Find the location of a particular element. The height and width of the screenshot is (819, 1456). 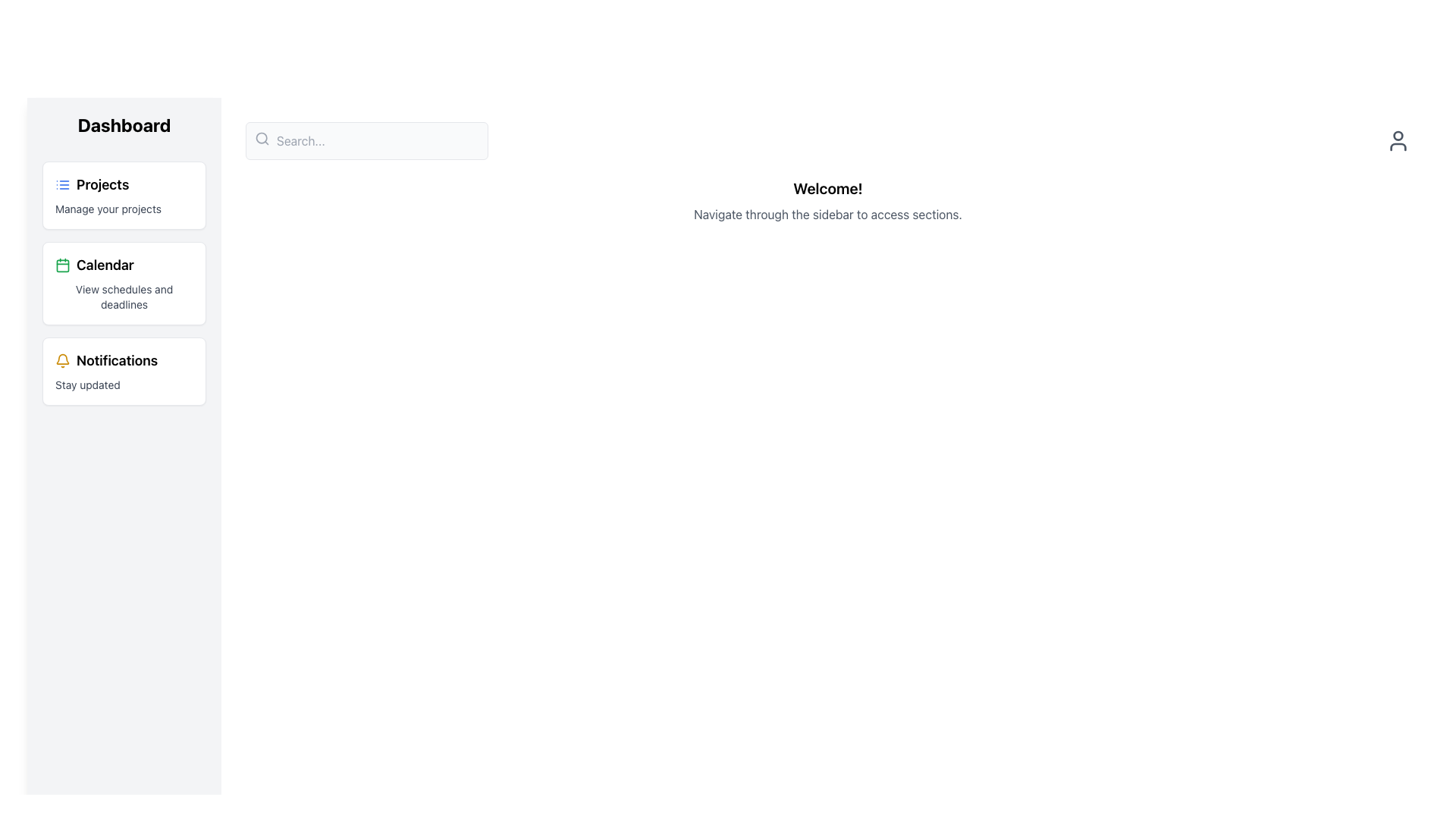

the text label displaying 'Manage your projects', which is styled with a smaller font size and gray color, located in the sidebar below the 'Projects' heading is located at coordinates (108, 209).